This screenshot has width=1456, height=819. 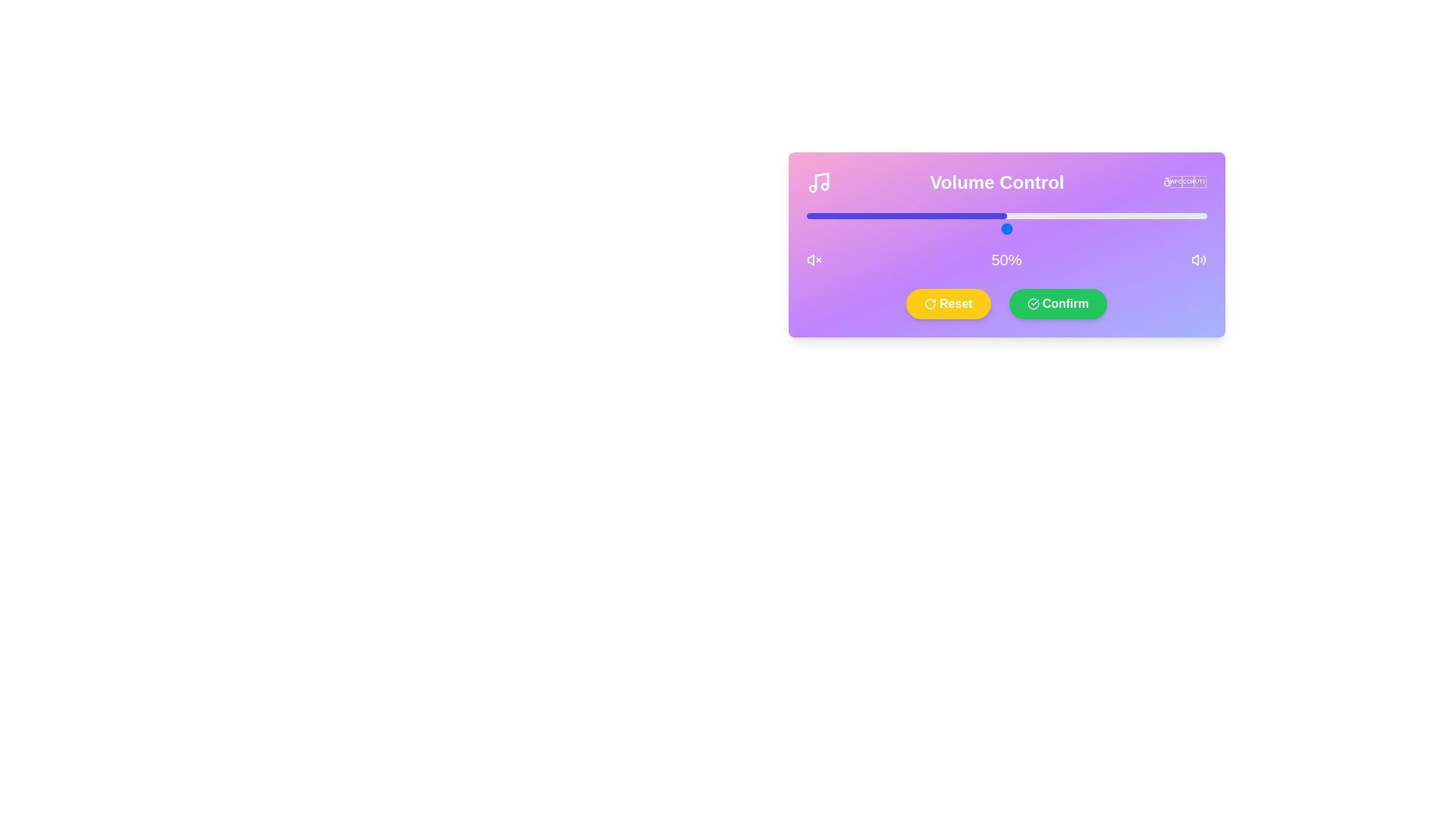 What do you see at coordinates (1106, 216) in the screenshot?
I see `the slider value` at bounding box center [1106, 216].